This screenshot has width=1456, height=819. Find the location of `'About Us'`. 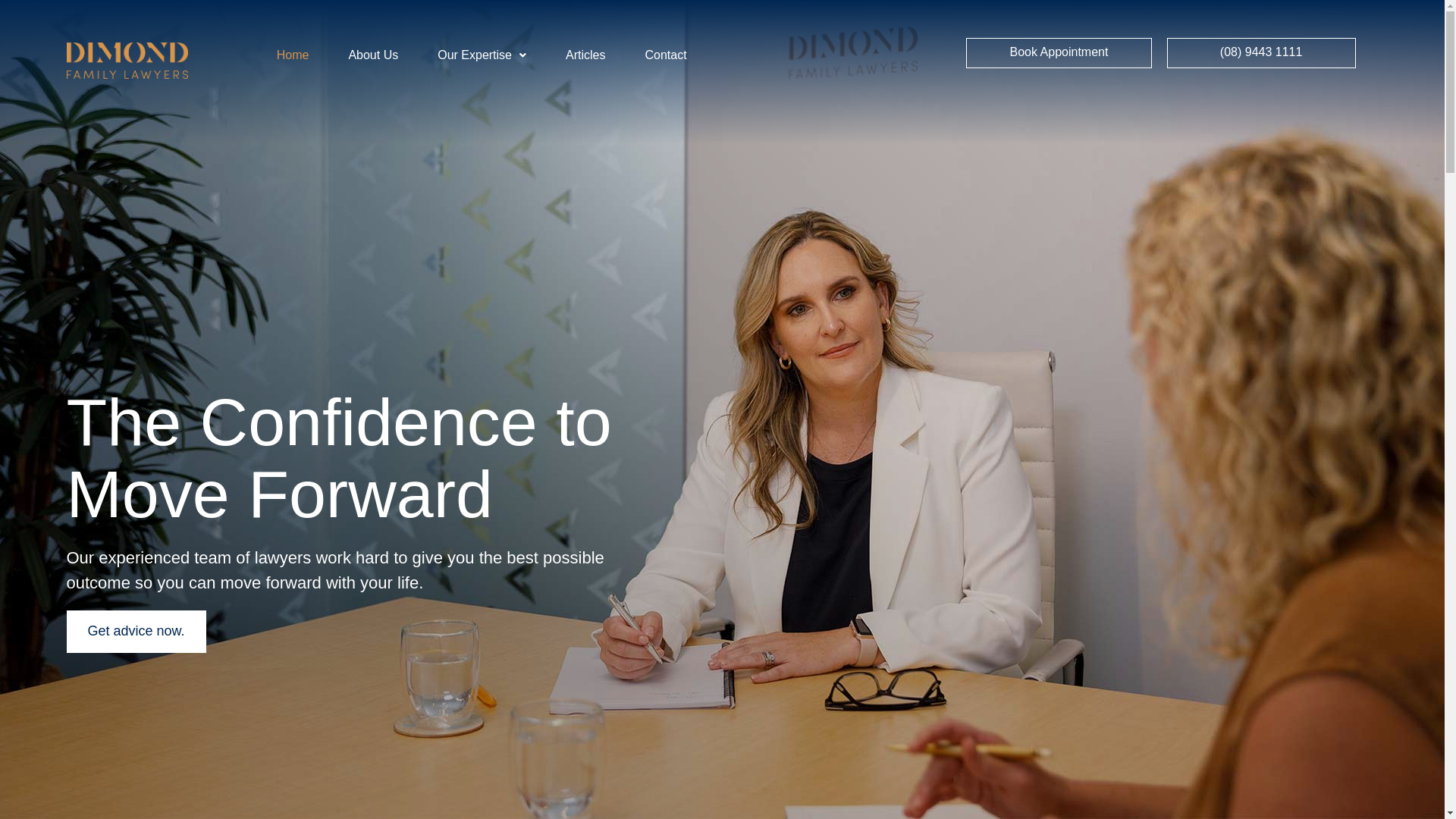

'About Us' is located at coordinates (372, 55).